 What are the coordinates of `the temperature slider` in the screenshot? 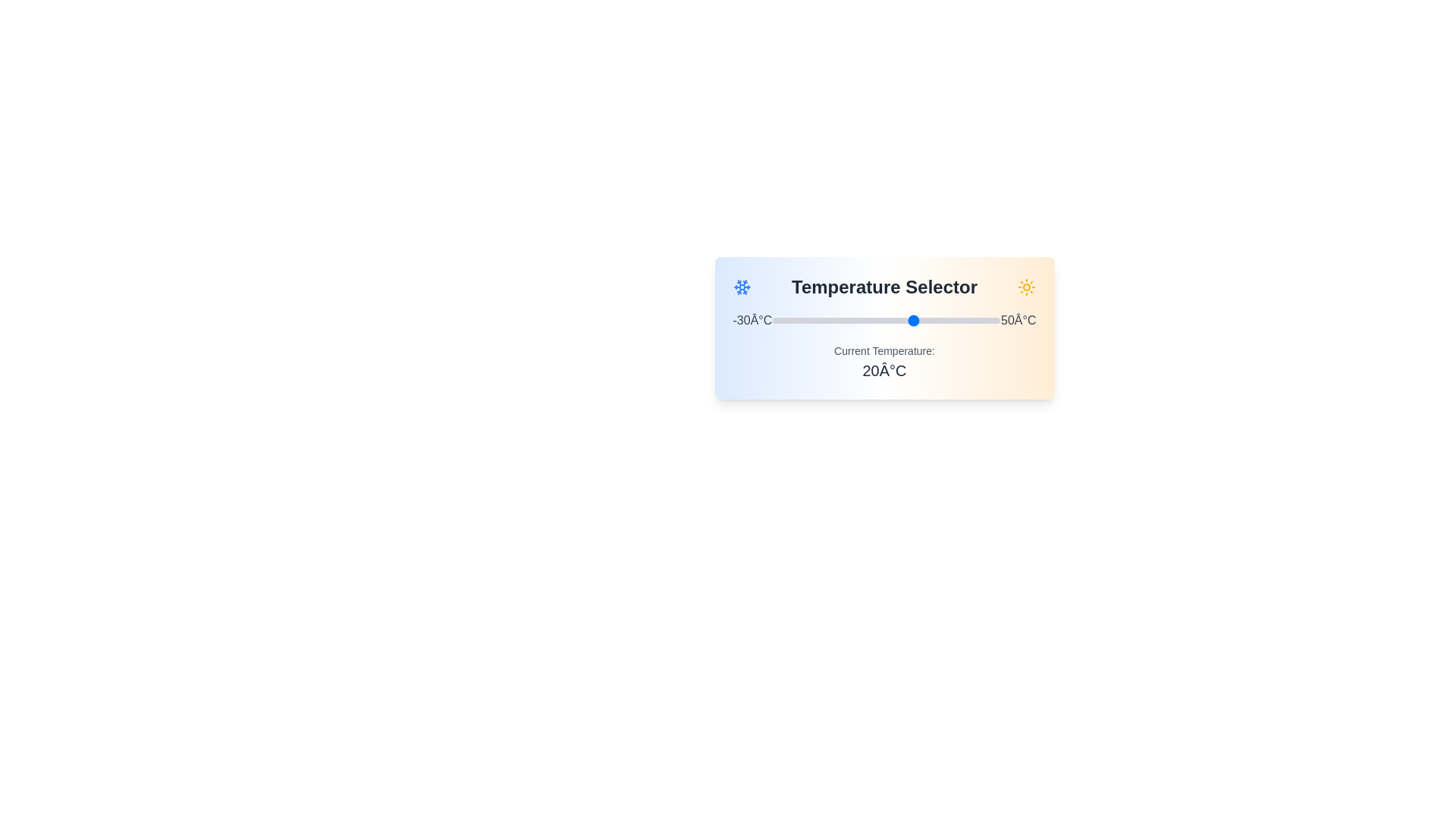 It's located at (951, 320).